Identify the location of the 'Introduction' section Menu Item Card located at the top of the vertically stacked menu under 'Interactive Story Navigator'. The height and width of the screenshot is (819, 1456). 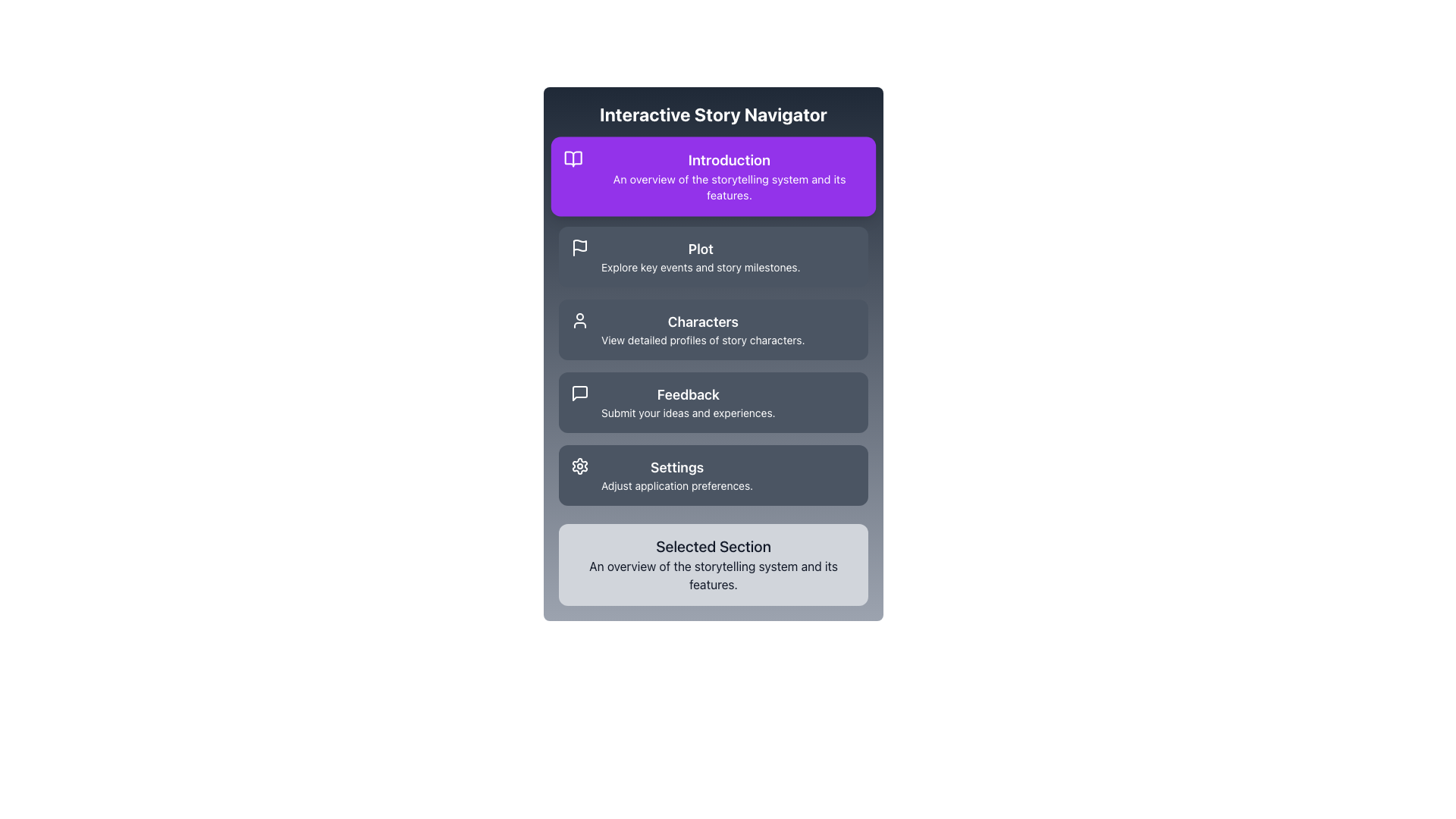
(712, 175).